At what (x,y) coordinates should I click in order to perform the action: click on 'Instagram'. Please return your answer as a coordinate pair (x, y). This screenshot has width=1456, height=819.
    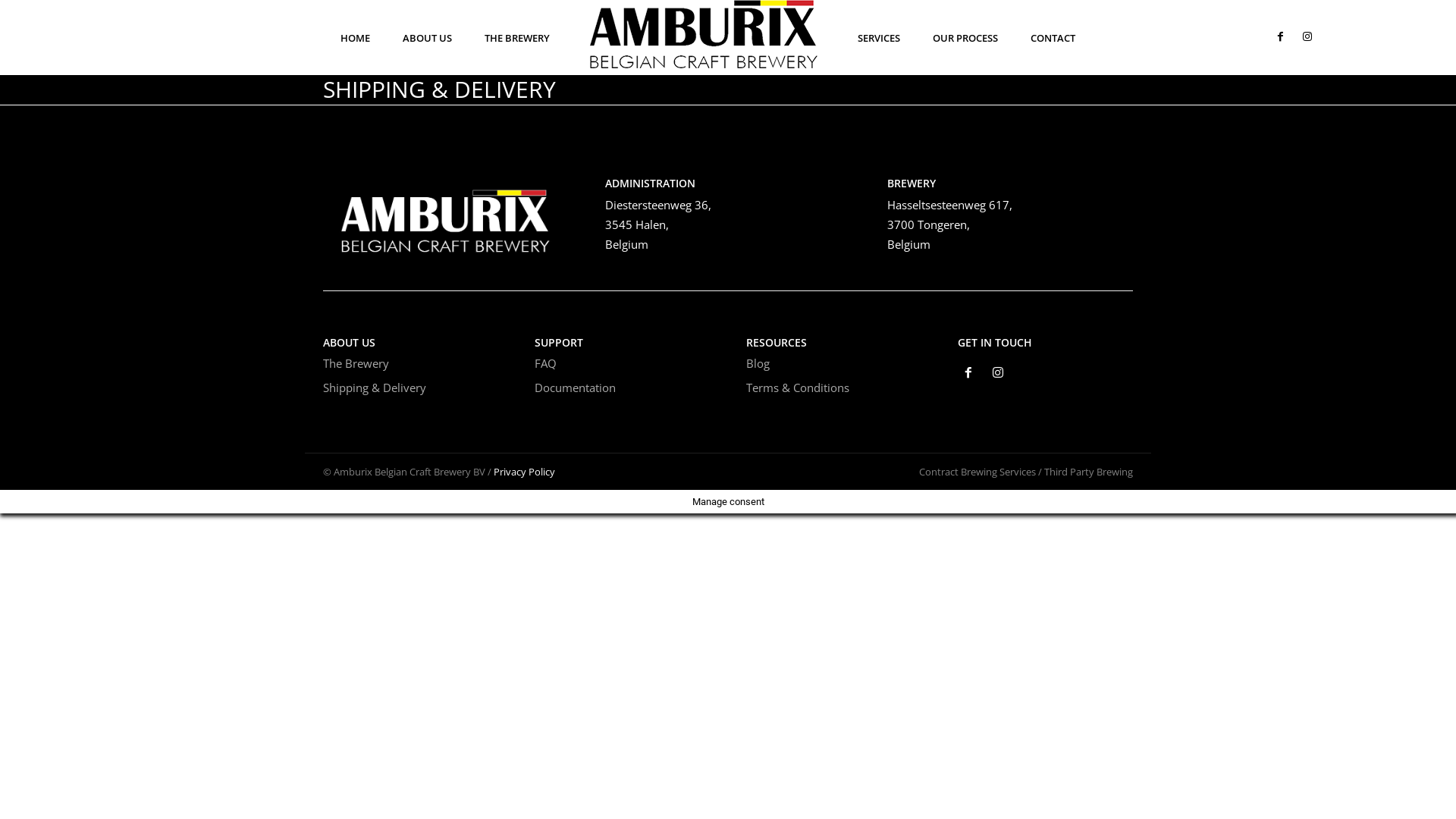
    Looking at the image, I should click on (1298, 36).